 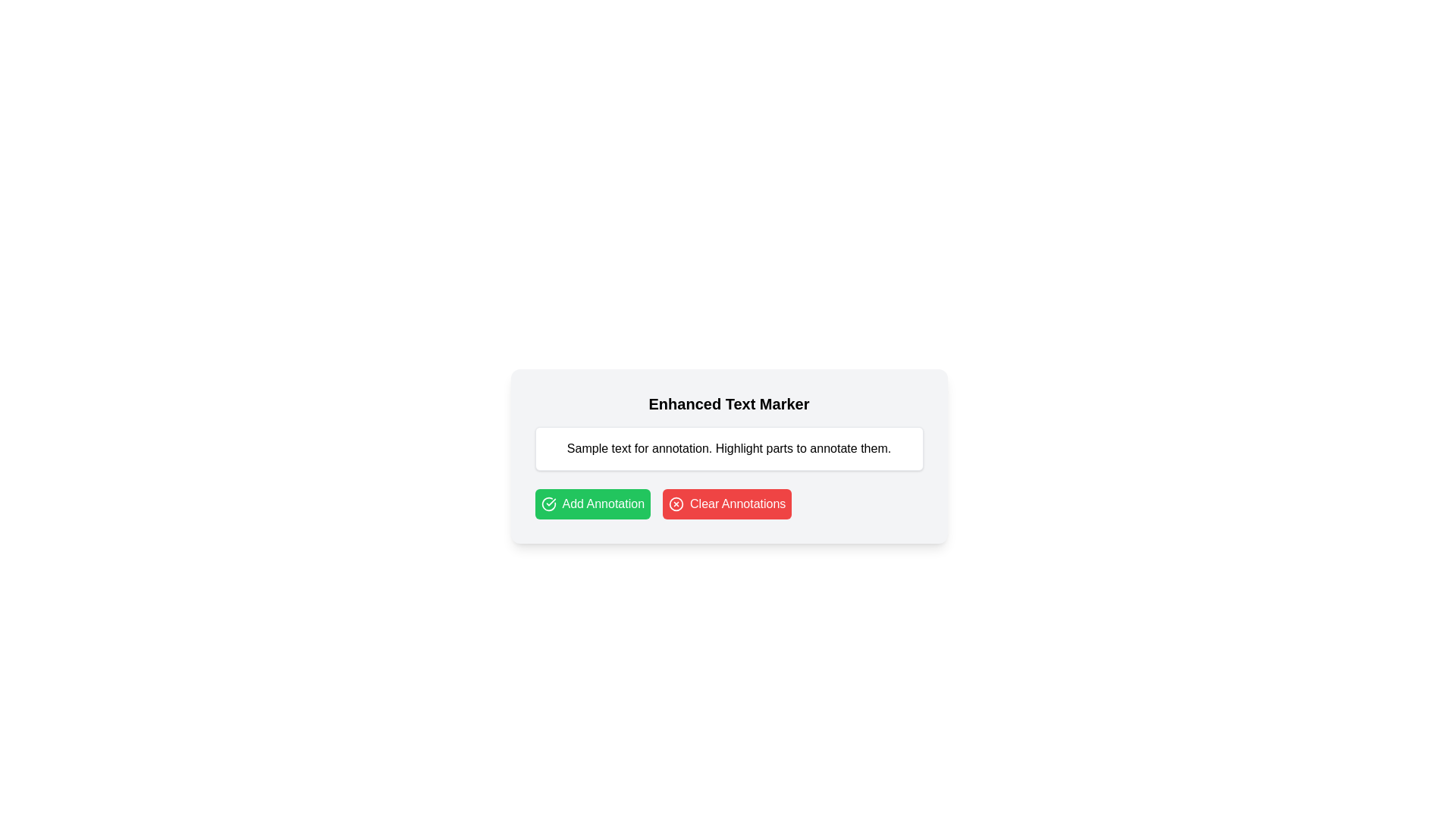 What do you see at coordinates (730, 447) in the screenshot?
I see `the letter 'g' in the word 'Highlight' within the instruction text displayed to the user` at bounding box center [730, 447].